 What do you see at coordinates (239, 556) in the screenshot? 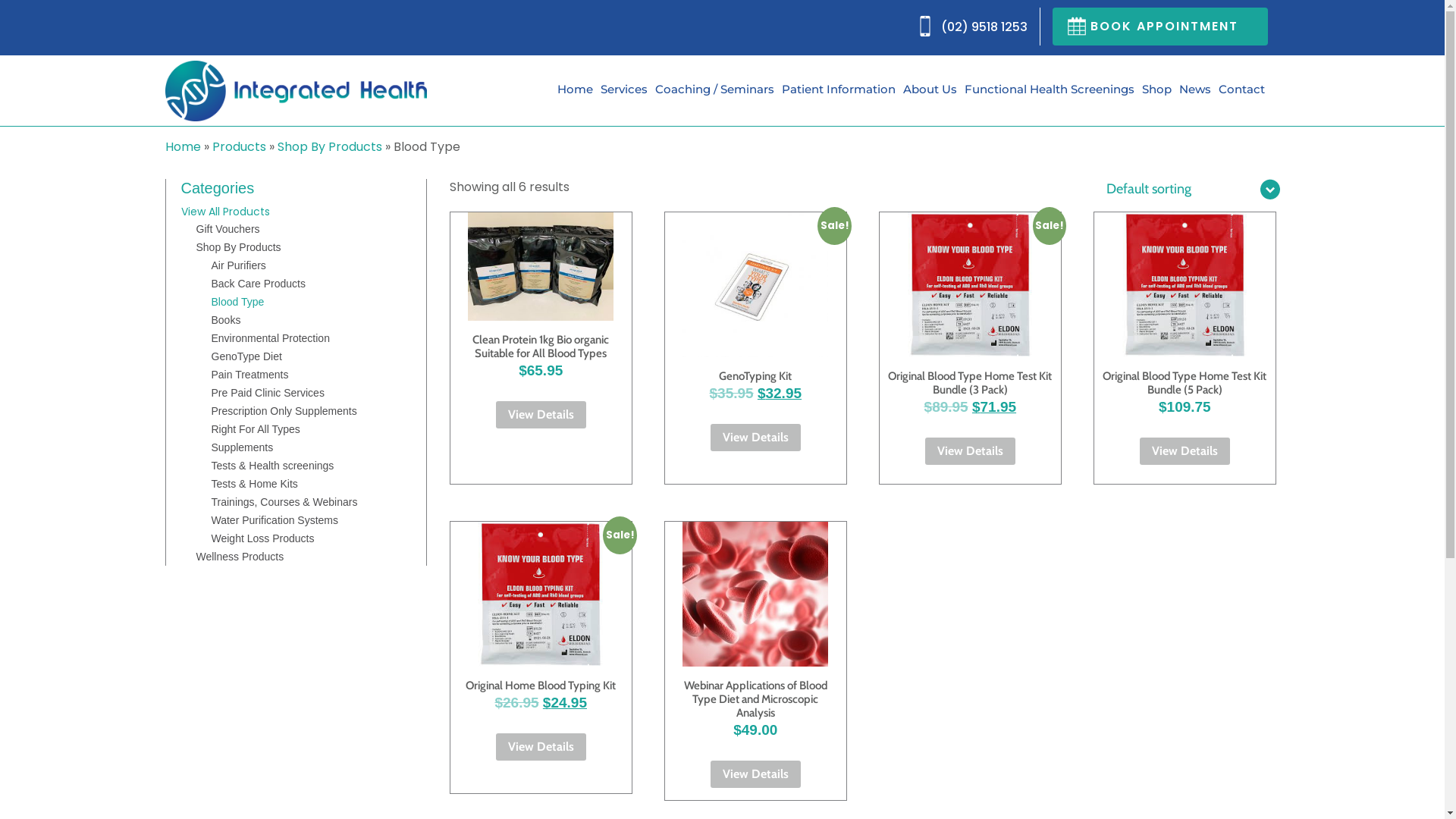
I see `'Wellness Products'` at bounding box center [239, 556].